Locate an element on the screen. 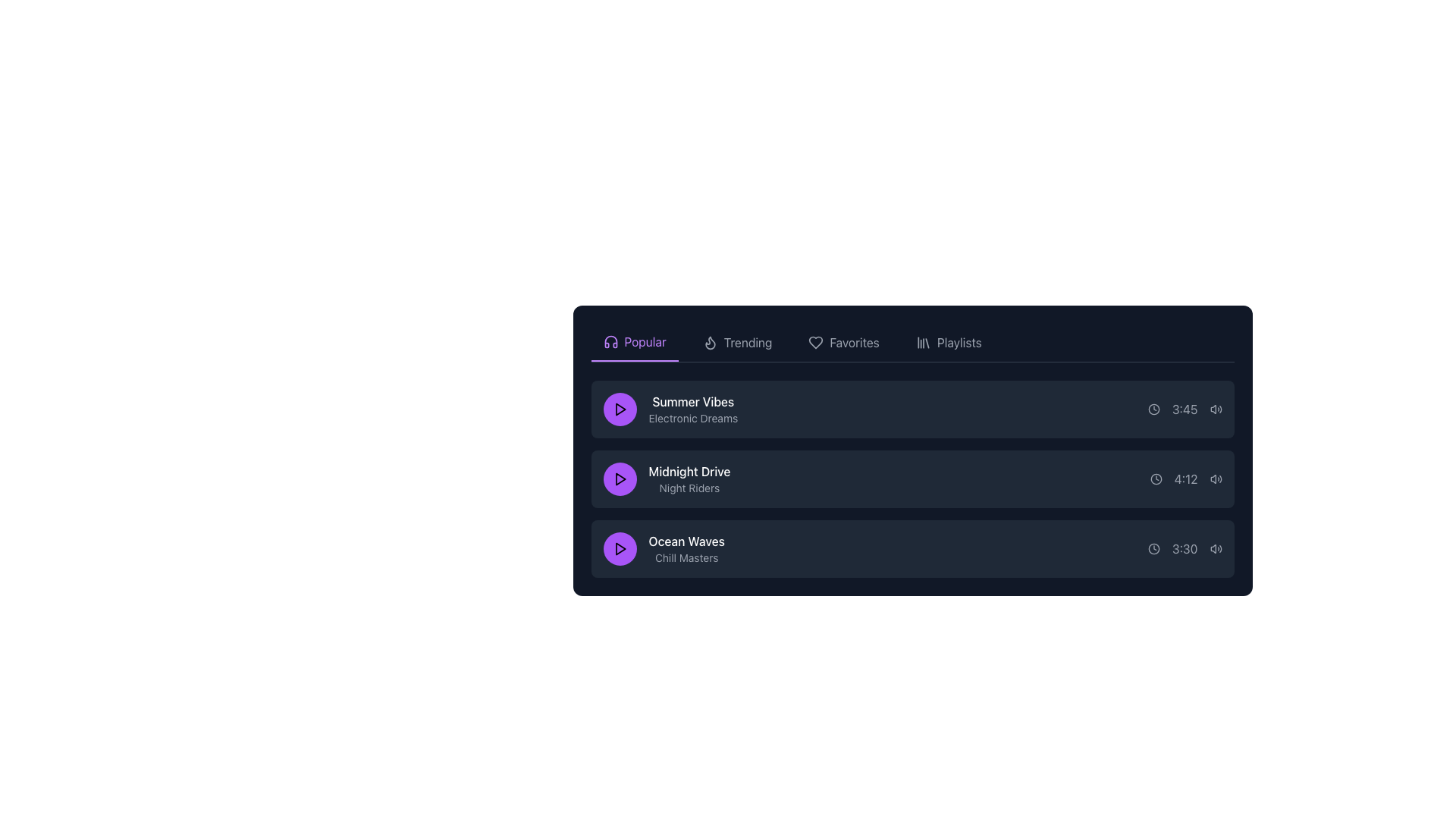 This screenshot has height=819, width=1456. the circular purple button with a play icon in the center is located at coordinates (620, 479).